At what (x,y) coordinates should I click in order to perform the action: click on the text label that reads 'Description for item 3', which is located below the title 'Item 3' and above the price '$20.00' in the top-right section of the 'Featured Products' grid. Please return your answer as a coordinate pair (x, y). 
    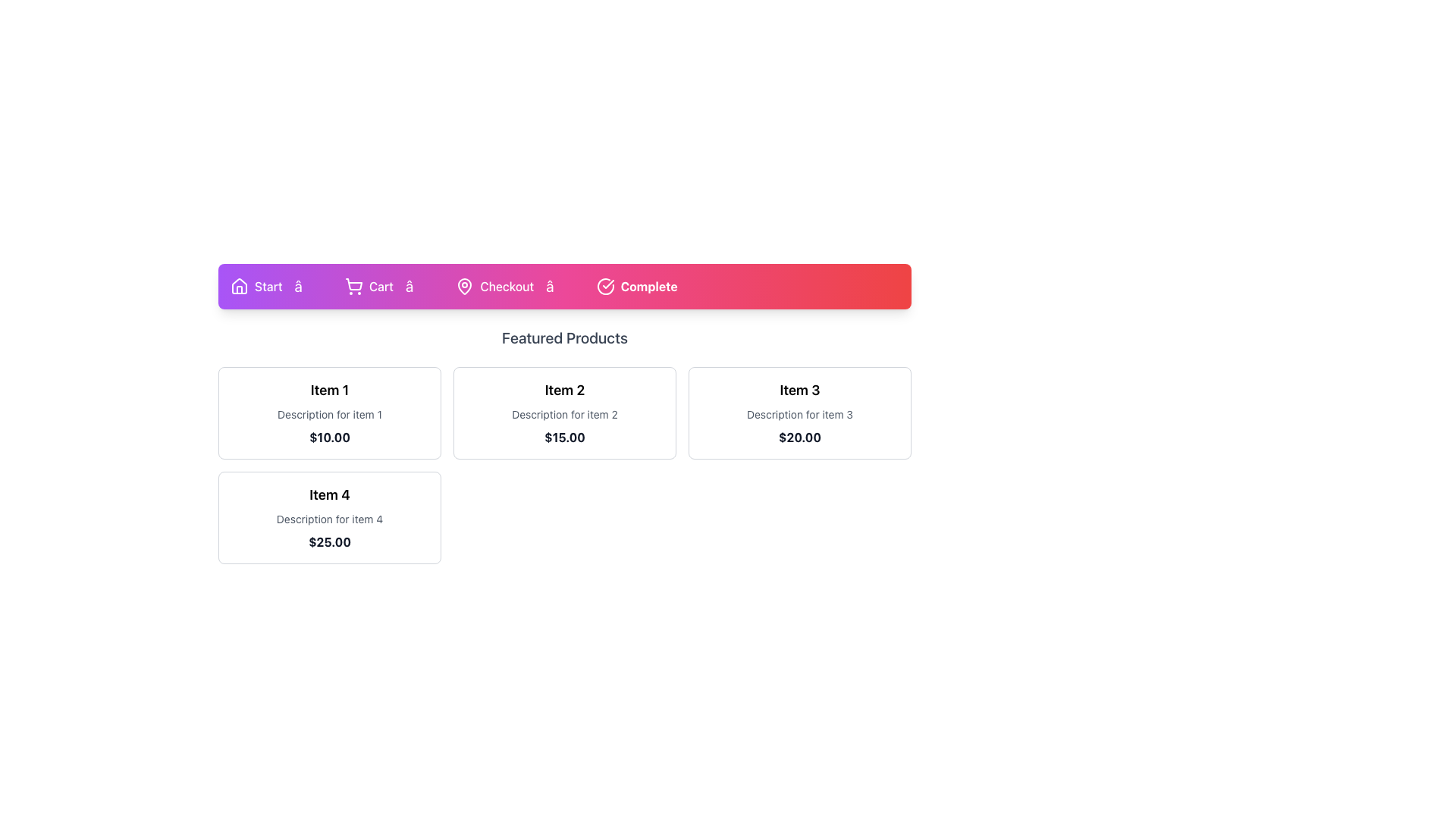
    Looking at the image, I should click on (799, 415).